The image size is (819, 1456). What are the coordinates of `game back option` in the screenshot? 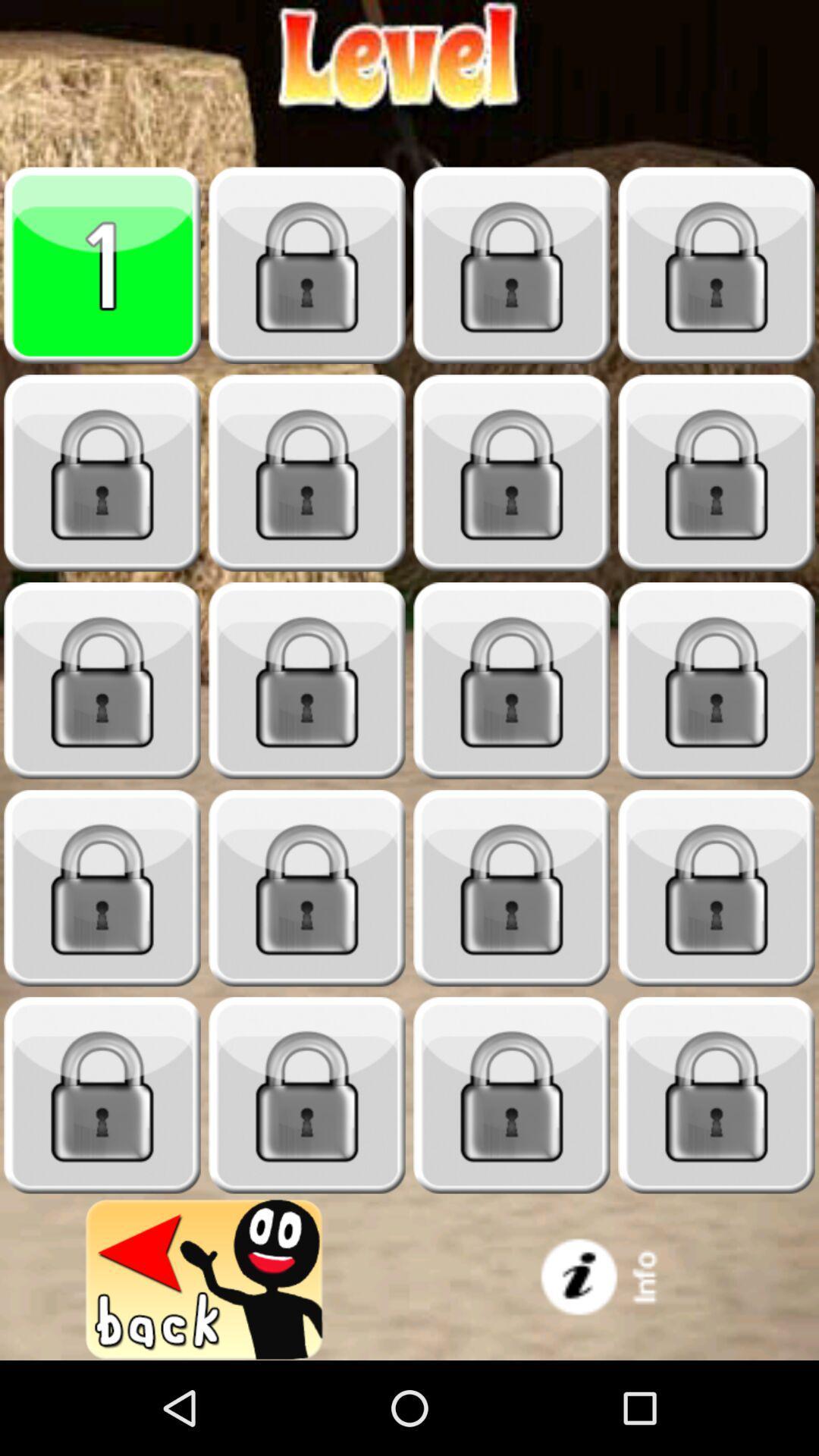 It's located at (205, 1279).